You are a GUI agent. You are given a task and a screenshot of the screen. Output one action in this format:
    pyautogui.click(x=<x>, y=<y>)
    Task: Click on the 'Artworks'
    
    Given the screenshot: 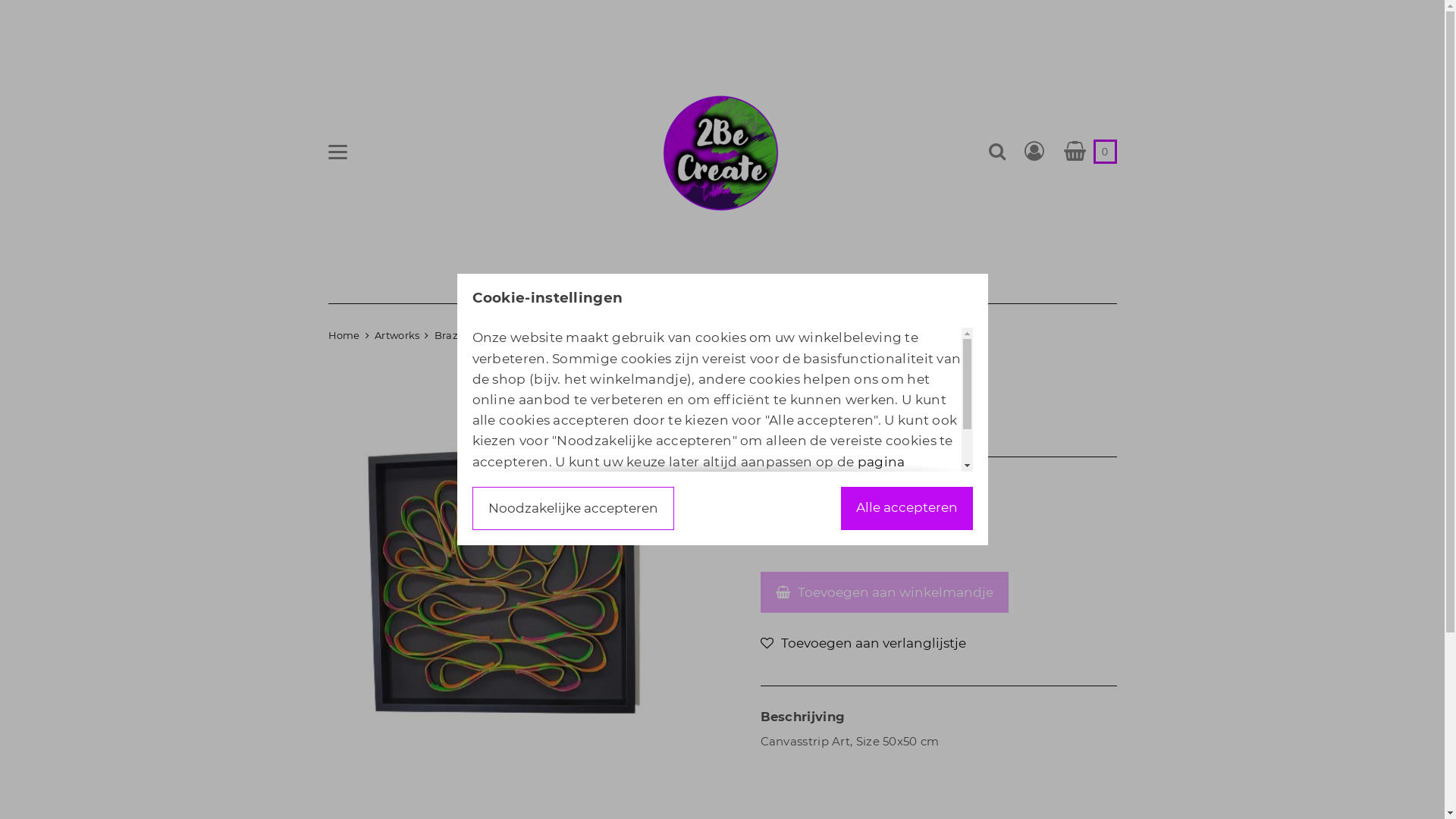 What is the action you would take?
    pyautogui.click(x=397, y=334)
    